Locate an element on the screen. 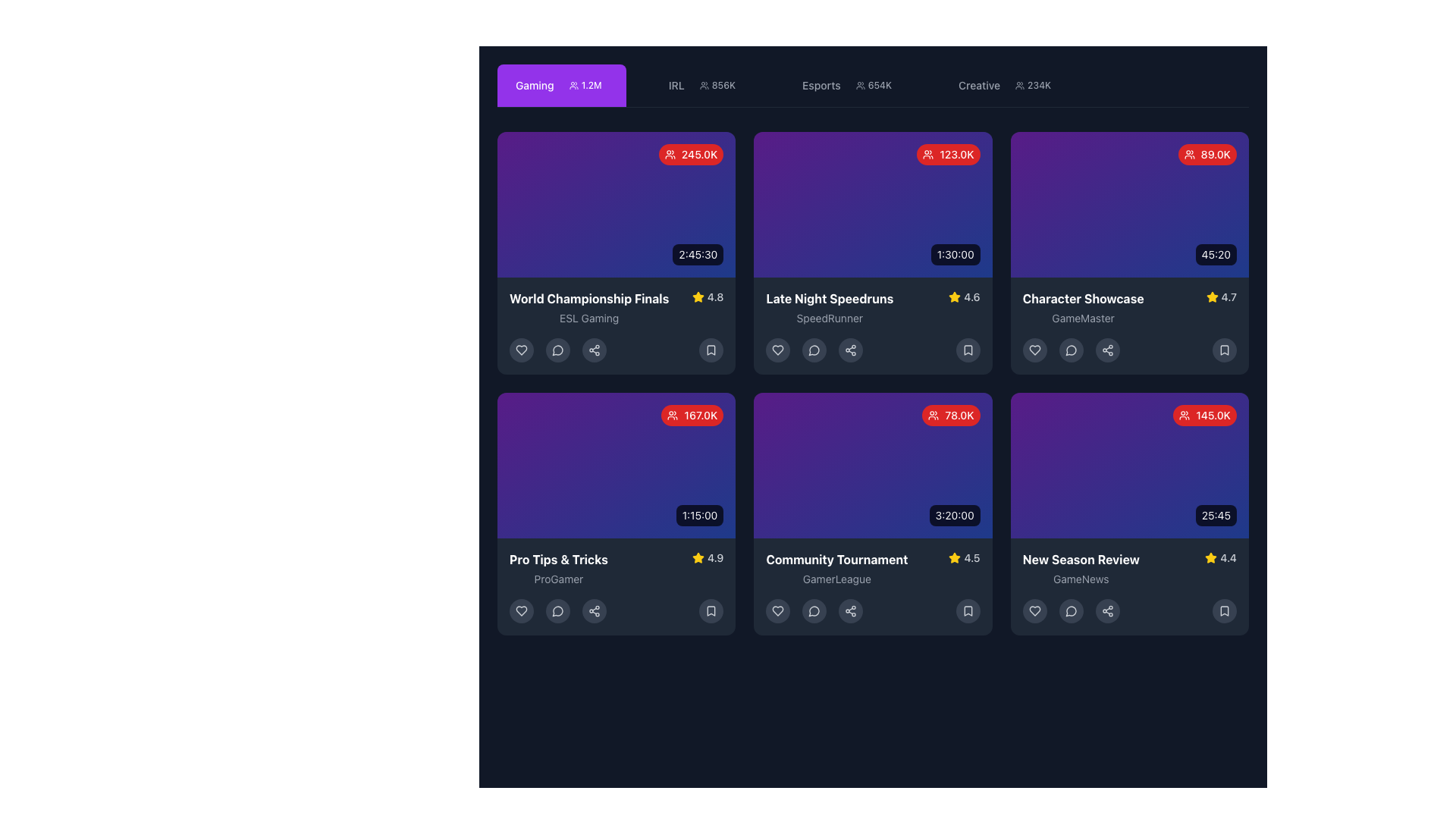  rating value from the star and text display located in the bottom row of the 'Pro Tips & Tricks' tile, positioned above the 'ProGamer' text is located at coordinates (707, 558).